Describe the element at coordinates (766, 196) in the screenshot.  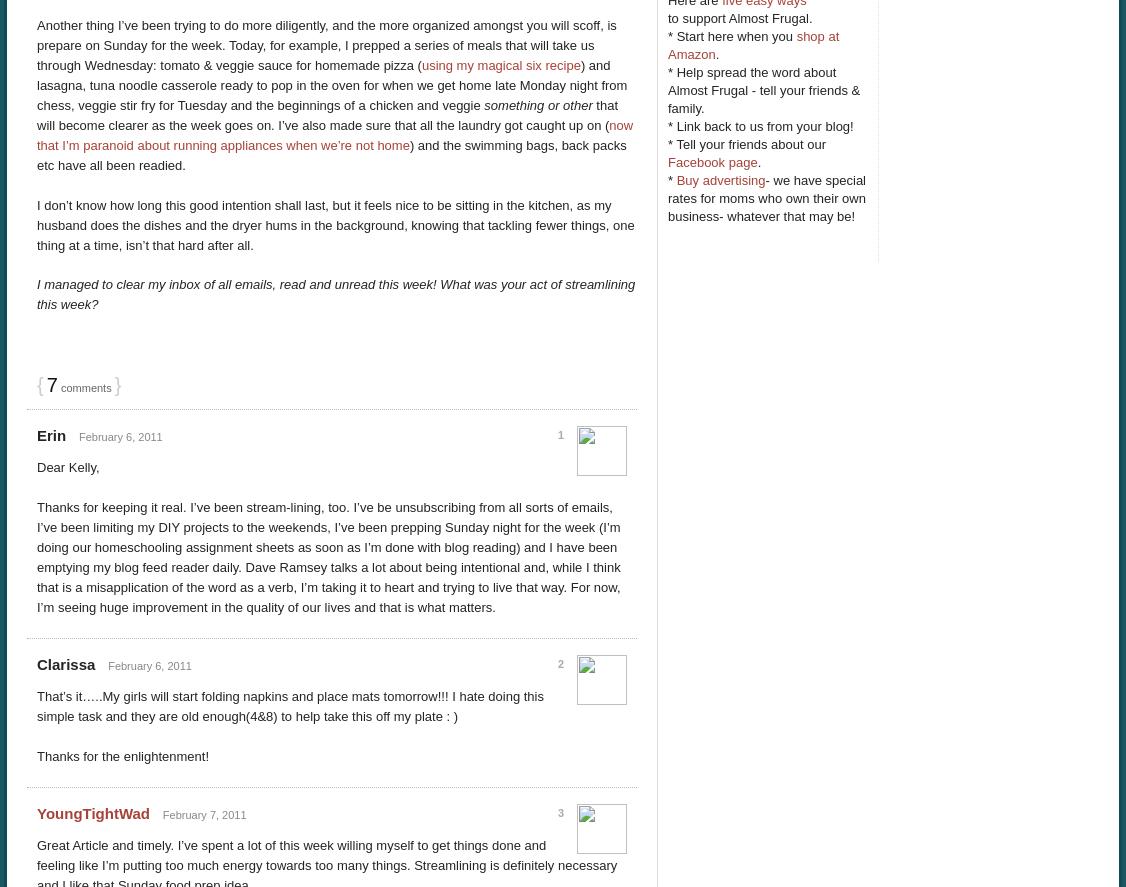
I see `'- we have special rates for moms who own their own business- whatever that may be!'` at that location.